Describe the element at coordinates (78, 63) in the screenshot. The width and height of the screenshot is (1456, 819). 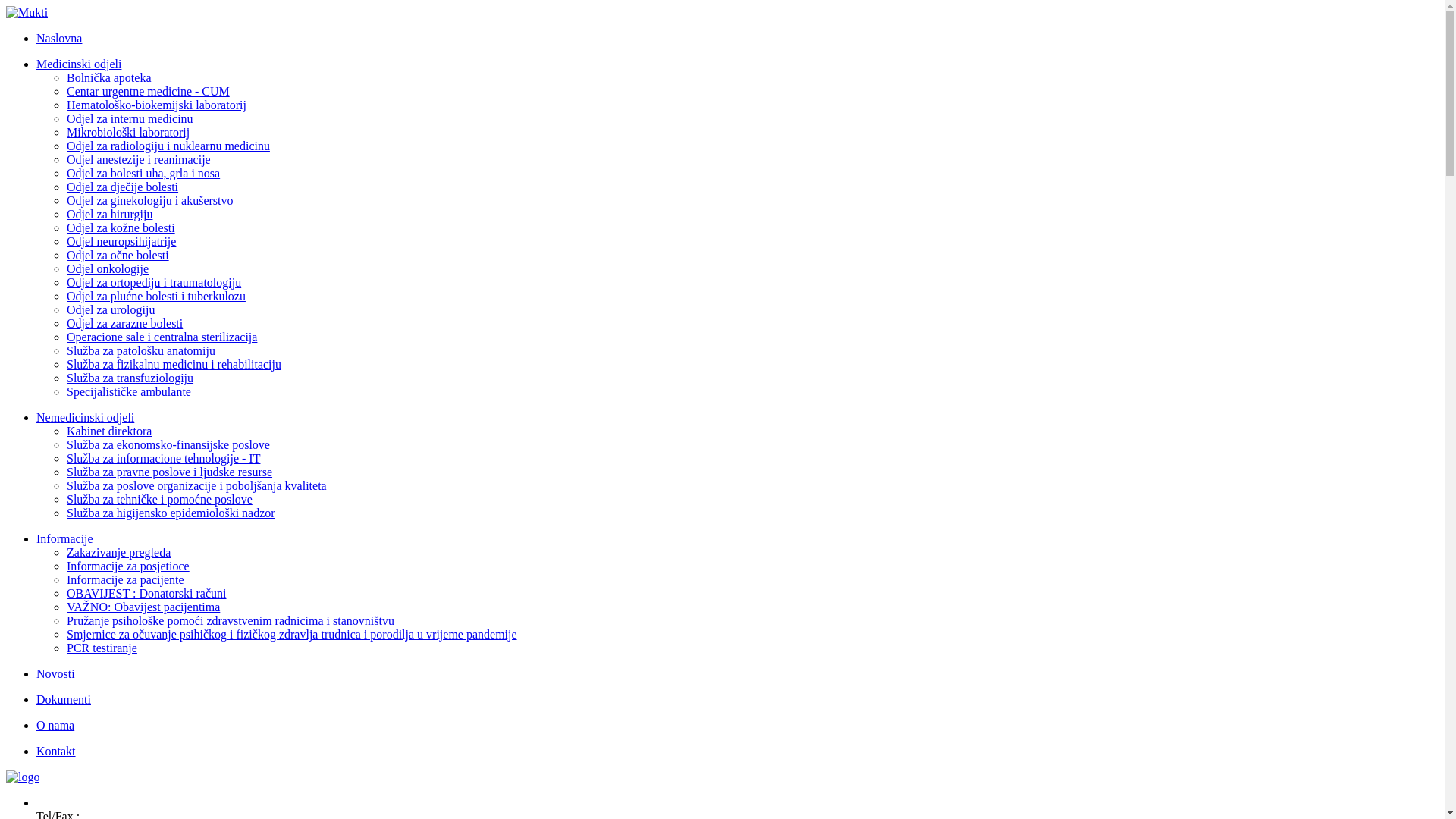
I see `'Medicinski odjeli'` at that location.